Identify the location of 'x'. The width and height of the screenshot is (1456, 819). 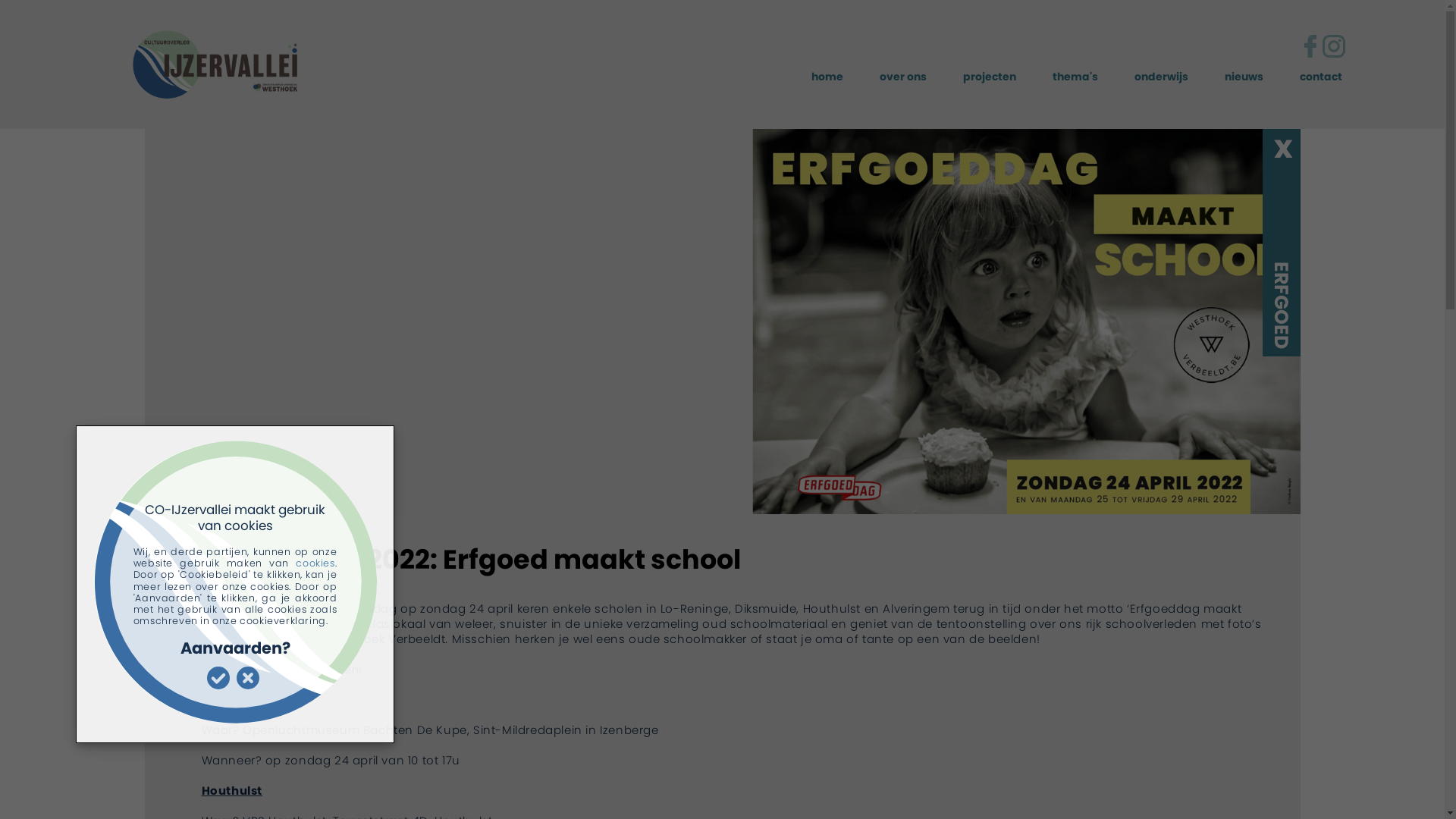
(1282, 146).